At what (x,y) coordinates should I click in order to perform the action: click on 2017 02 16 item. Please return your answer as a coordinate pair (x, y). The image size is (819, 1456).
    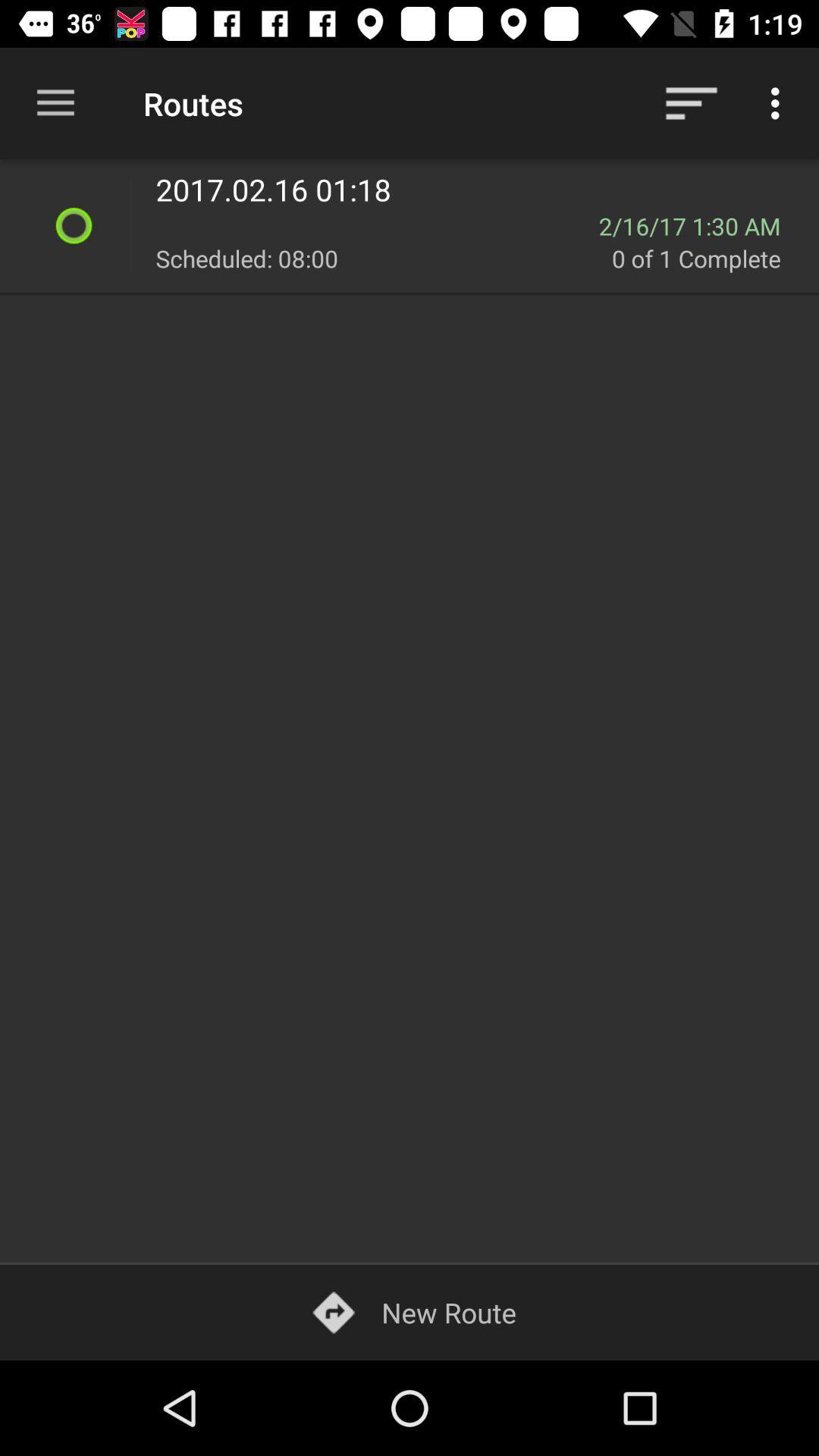
    Looking at the image, I should click on (478, 189).